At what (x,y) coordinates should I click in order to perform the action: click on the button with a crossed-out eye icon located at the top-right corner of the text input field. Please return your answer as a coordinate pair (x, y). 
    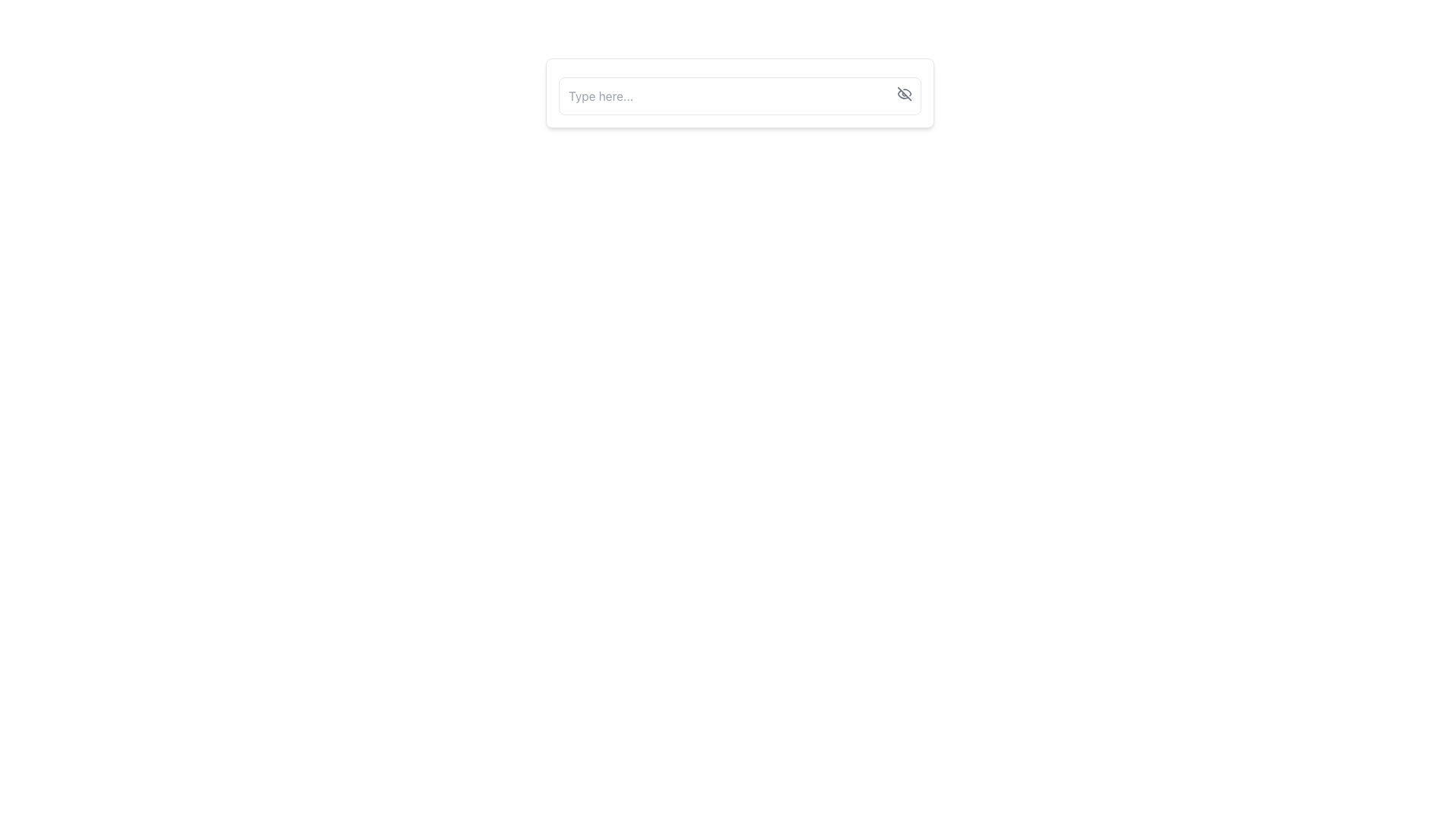
    Looking at the image, I should click on (905, 93).